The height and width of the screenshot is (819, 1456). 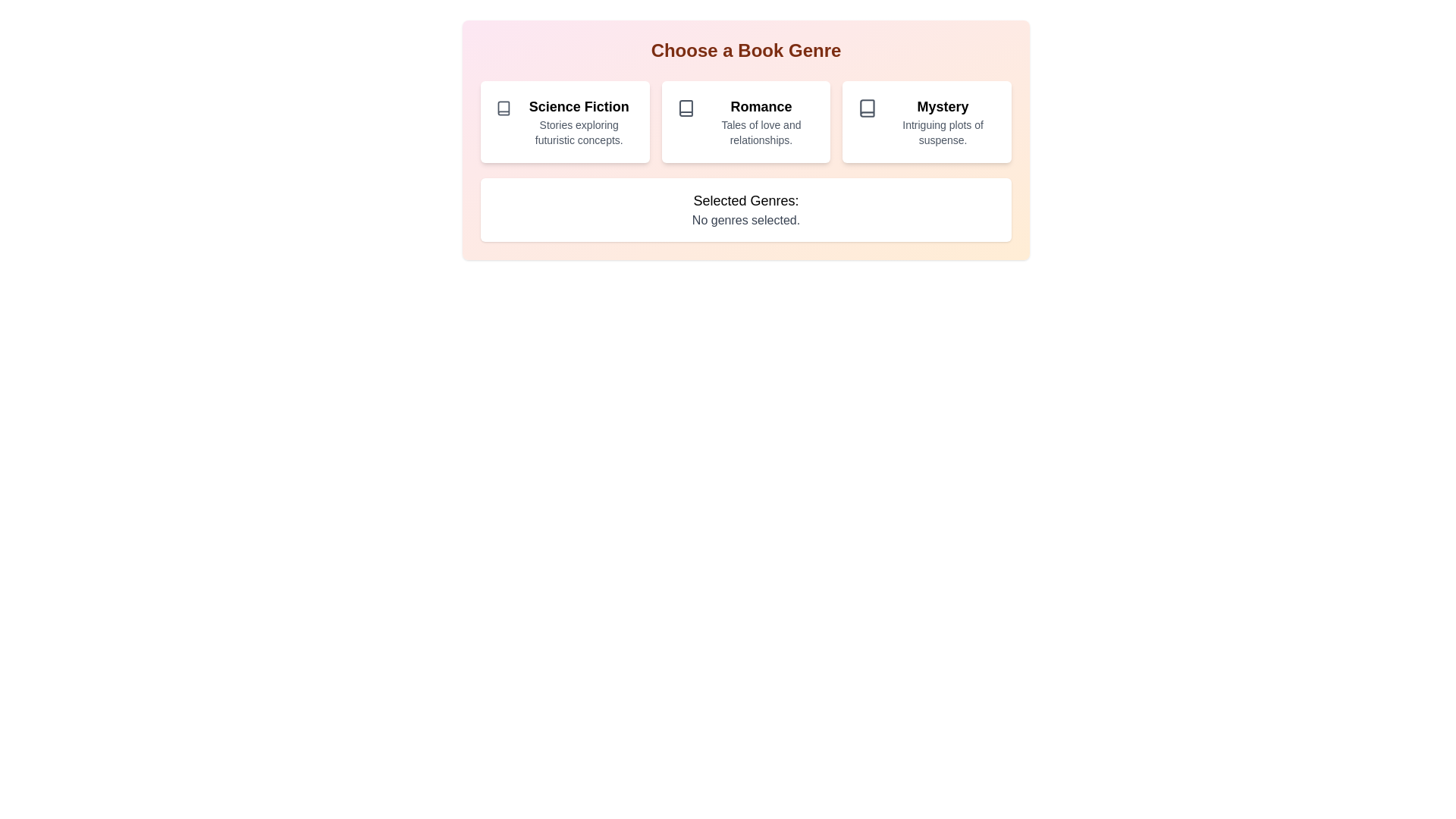 I want to click on the 'Mystery' genre icon, which visually represents the category and is located in the third box of the genre options, so click(x=868, y=107).